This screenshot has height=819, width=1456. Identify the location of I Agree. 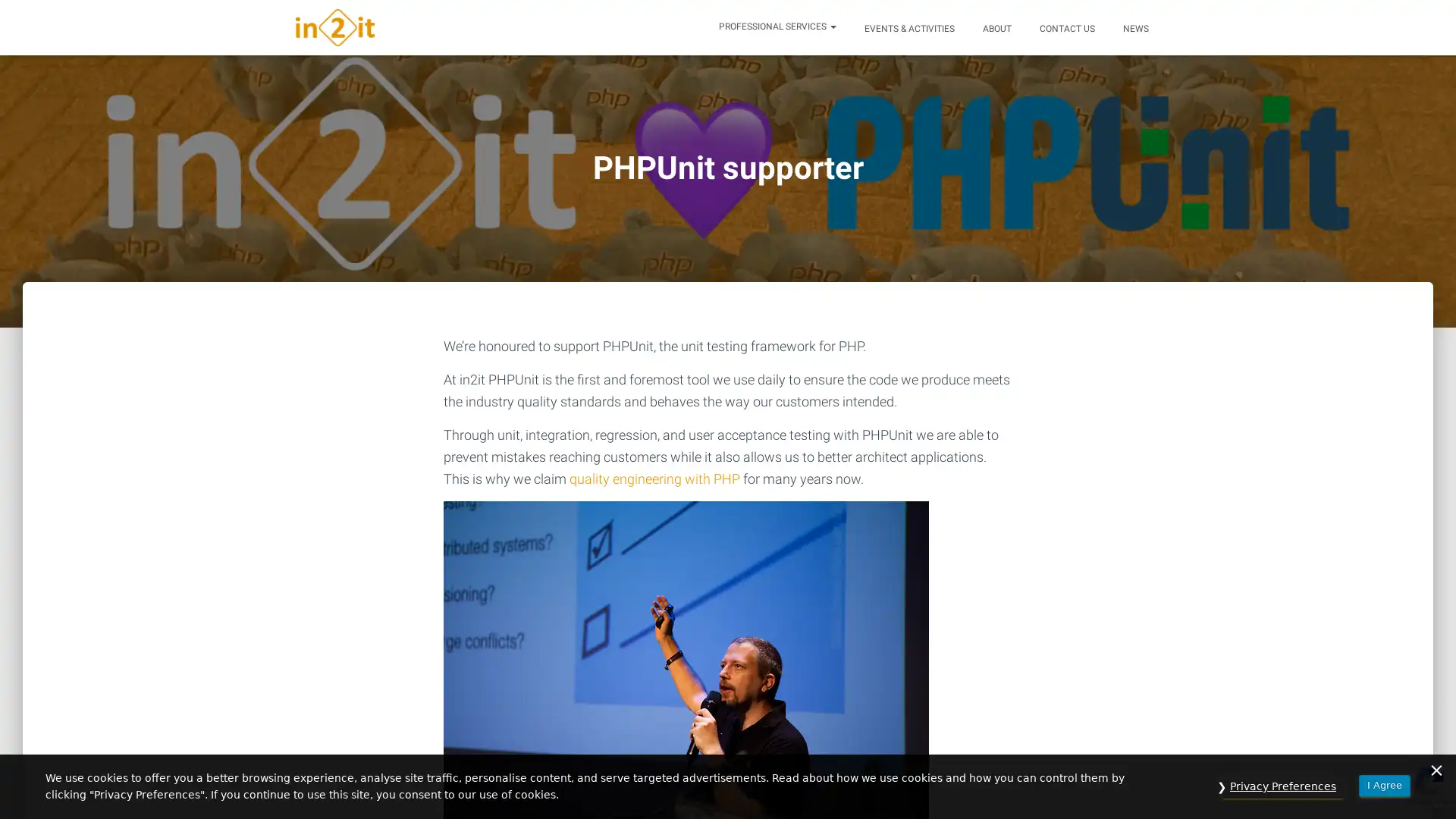
(1384, 785).